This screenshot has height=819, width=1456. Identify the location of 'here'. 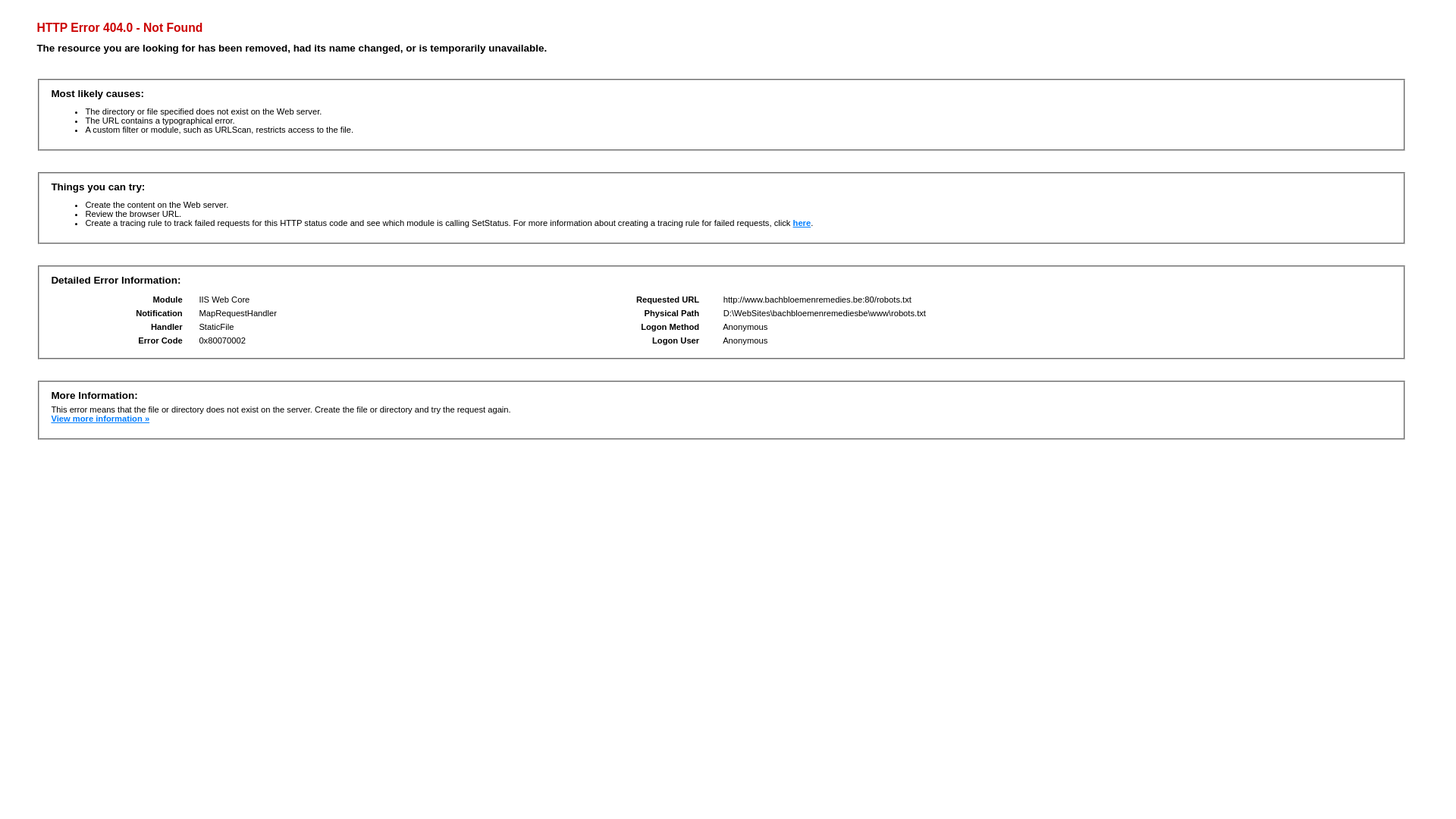
(792, 222).